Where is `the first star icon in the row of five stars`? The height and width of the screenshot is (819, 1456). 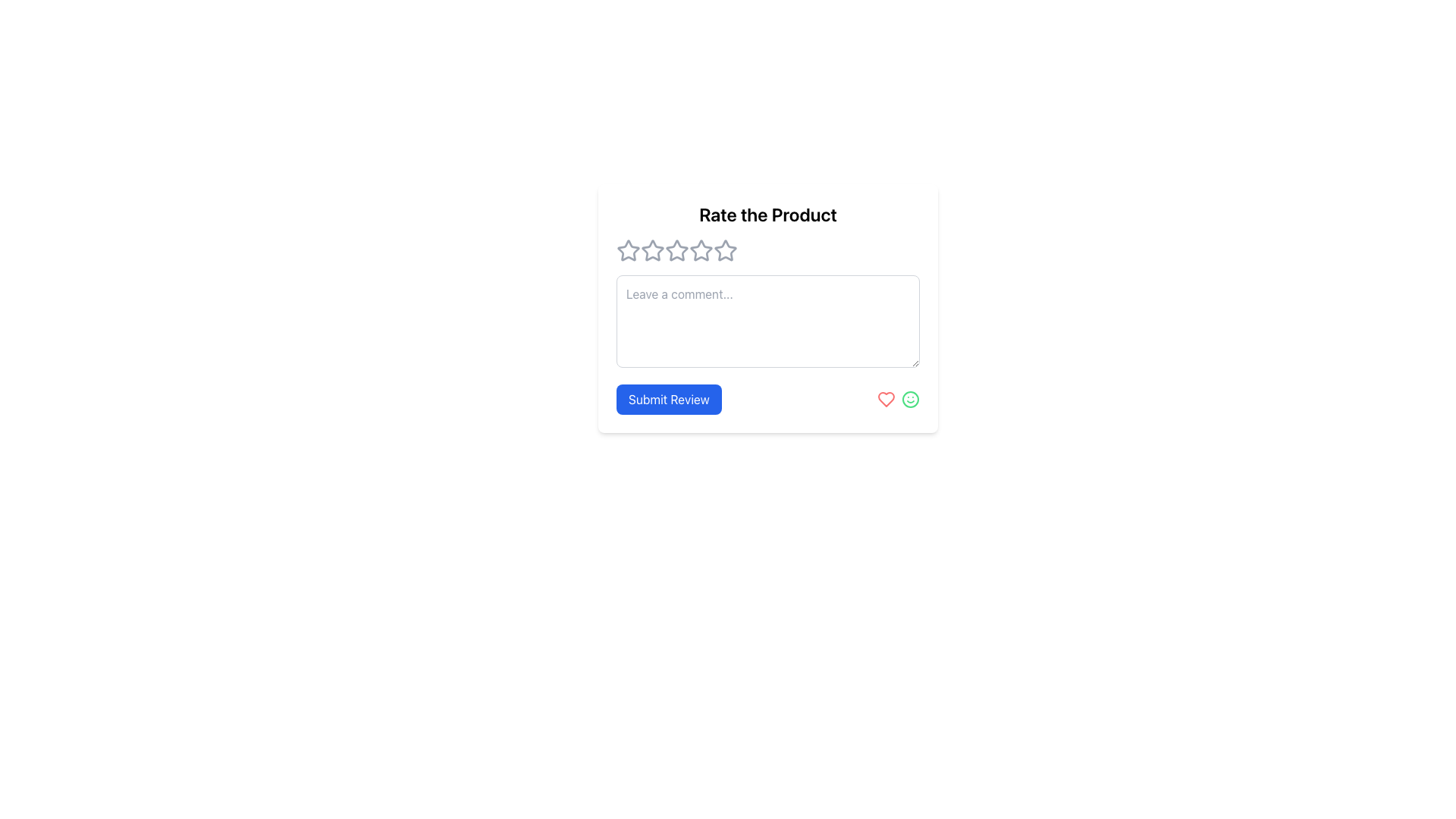
the first star icon in the row of five stars is located at coordinates (628, 249).